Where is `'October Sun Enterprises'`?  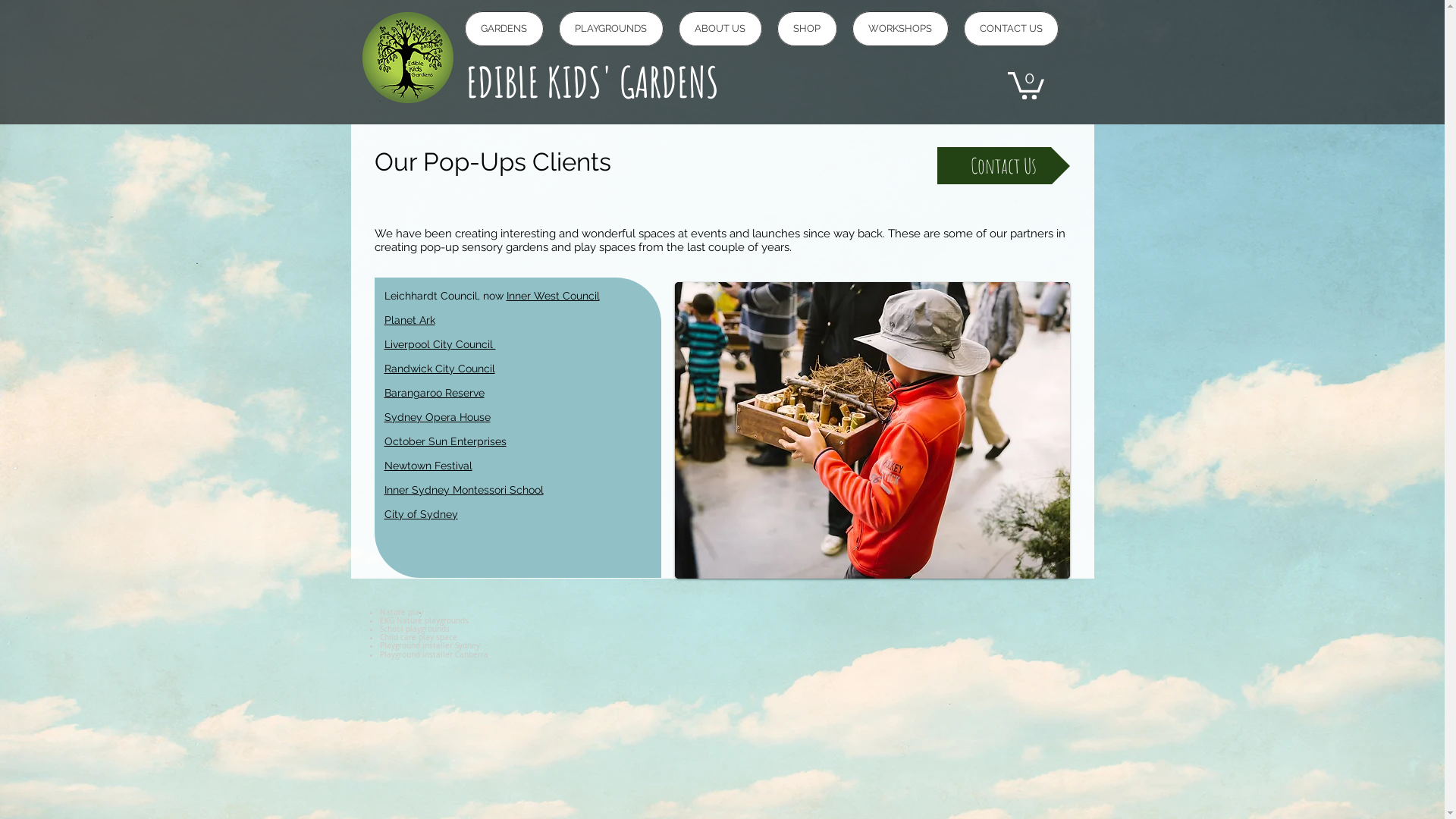
'October Sun Enterprises' is located at coordinates (444, 441).